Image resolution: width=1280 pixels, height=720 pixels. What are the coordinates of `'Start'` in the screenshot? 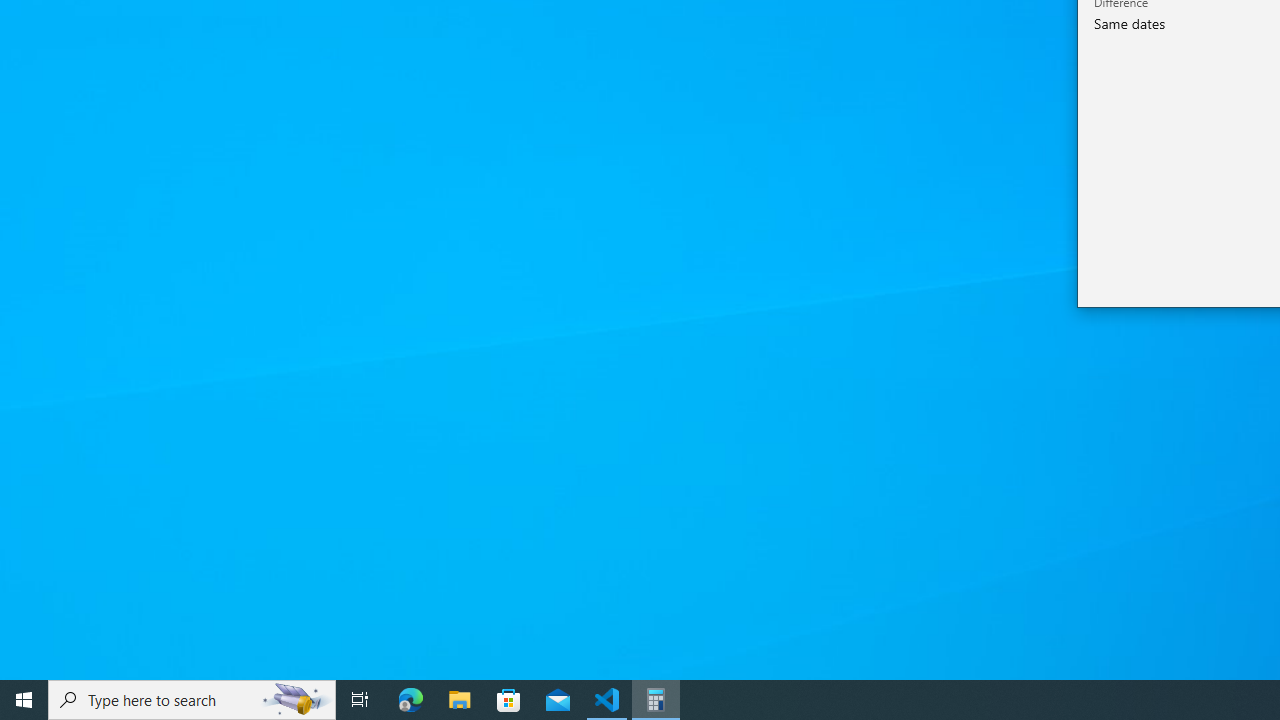 It's located at (24, 698).